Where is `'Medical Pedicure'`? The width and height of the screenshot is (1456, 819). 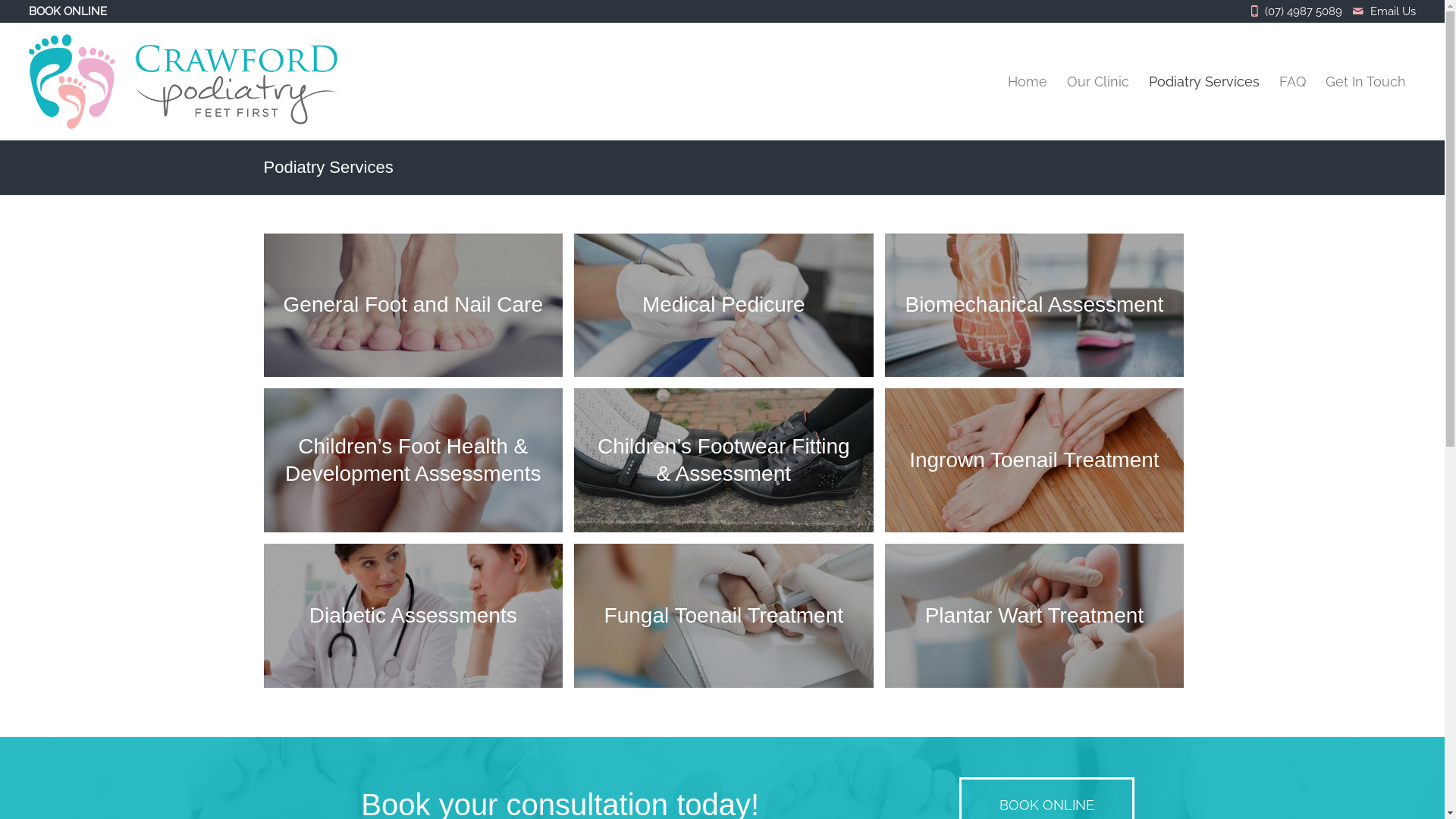 'Medical Pedicure' is located at coordinates (729, 310).